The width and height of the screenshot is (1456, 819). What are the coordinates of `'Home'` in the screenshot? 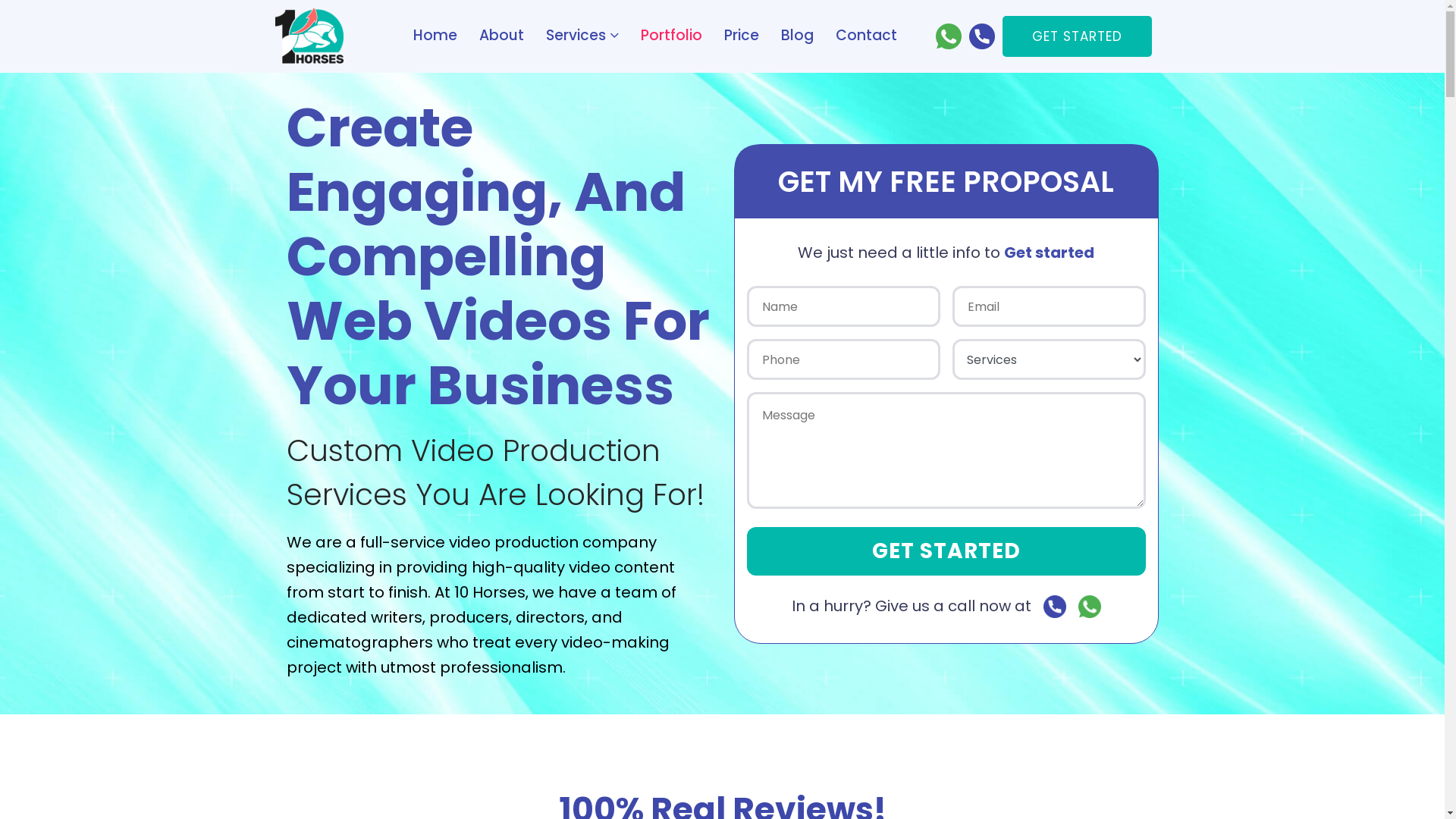 It's located at (433, 34).